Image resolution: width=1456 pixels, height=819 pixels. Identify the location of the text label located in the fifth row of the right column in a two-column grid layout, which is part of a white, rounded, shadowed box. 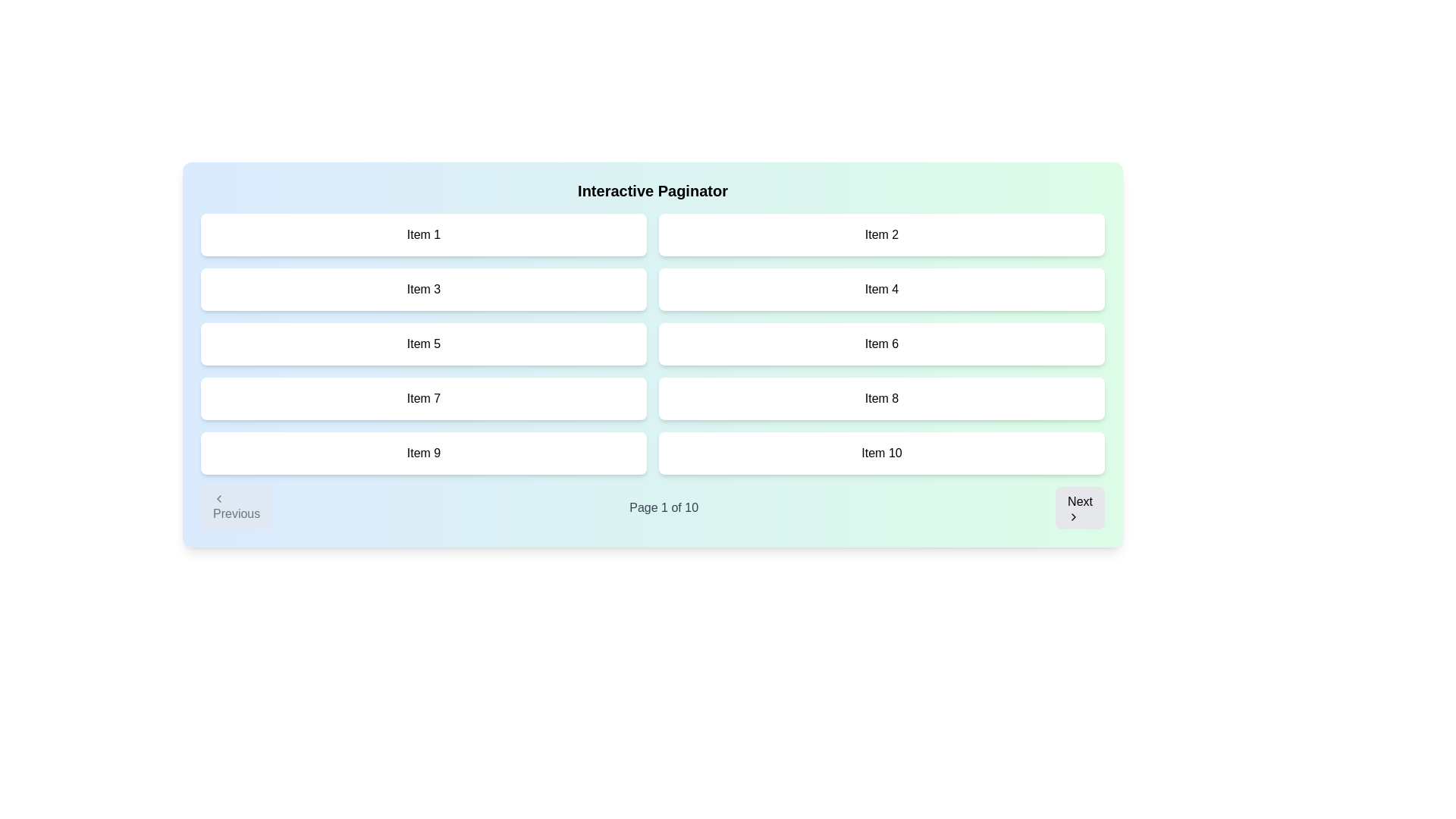
(881, 452).